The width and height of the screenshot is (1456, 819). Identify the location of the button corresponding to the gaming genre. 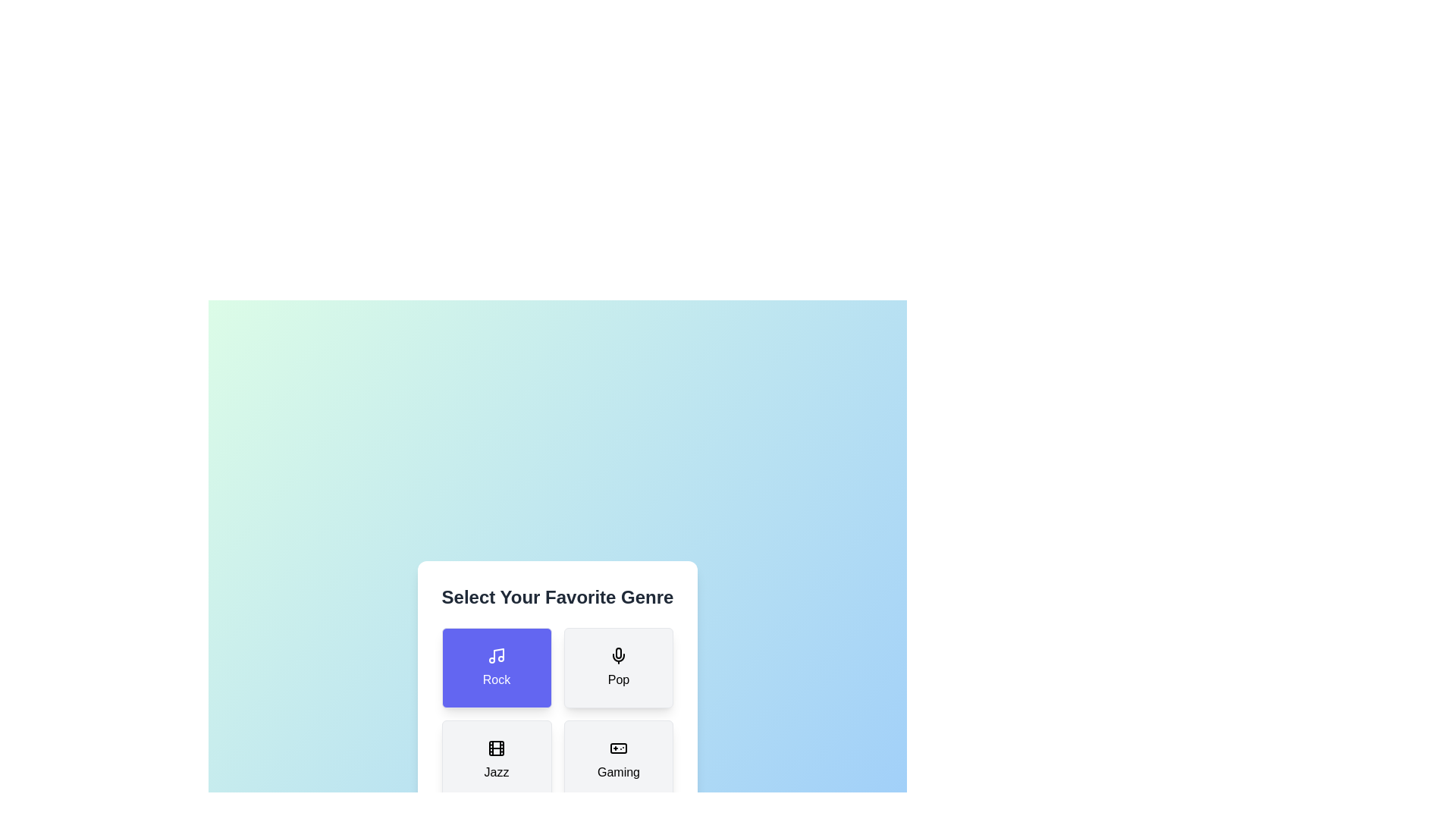
(619, 761).